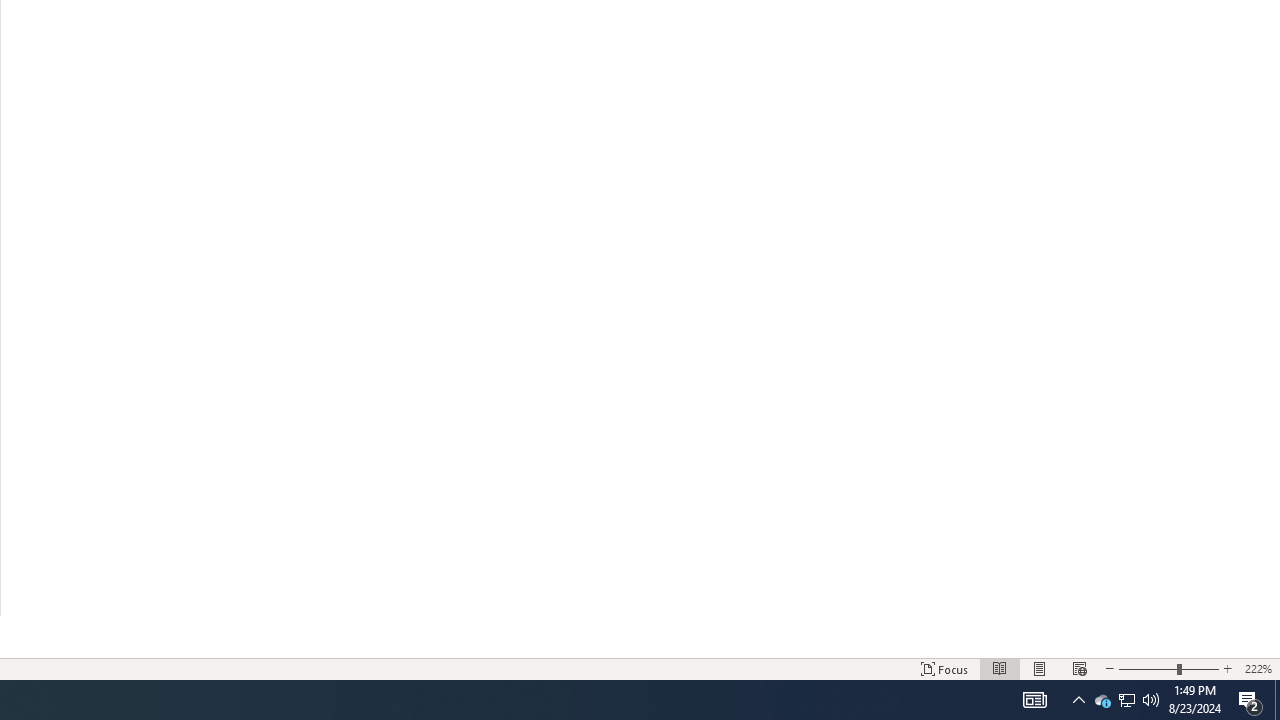 The image size is (1280, 720). I want to click on 'Decrease Text Size', so click(1108, 669).